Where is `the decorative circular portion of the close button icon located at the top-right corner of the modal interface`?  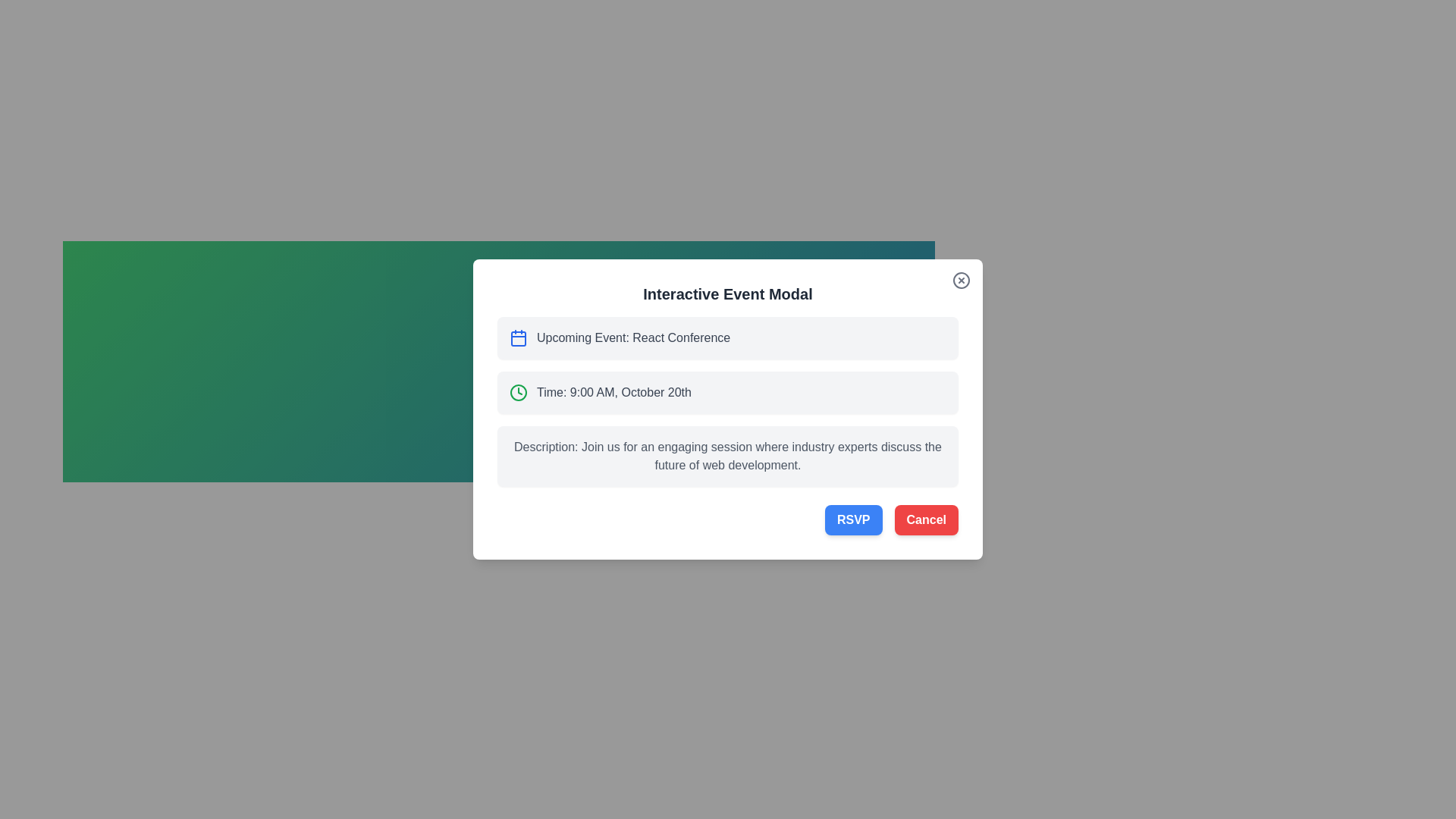
the decorative circular portion of the close button icon located at the top-right corner of the modal interface is located at coordinates (960, 281).